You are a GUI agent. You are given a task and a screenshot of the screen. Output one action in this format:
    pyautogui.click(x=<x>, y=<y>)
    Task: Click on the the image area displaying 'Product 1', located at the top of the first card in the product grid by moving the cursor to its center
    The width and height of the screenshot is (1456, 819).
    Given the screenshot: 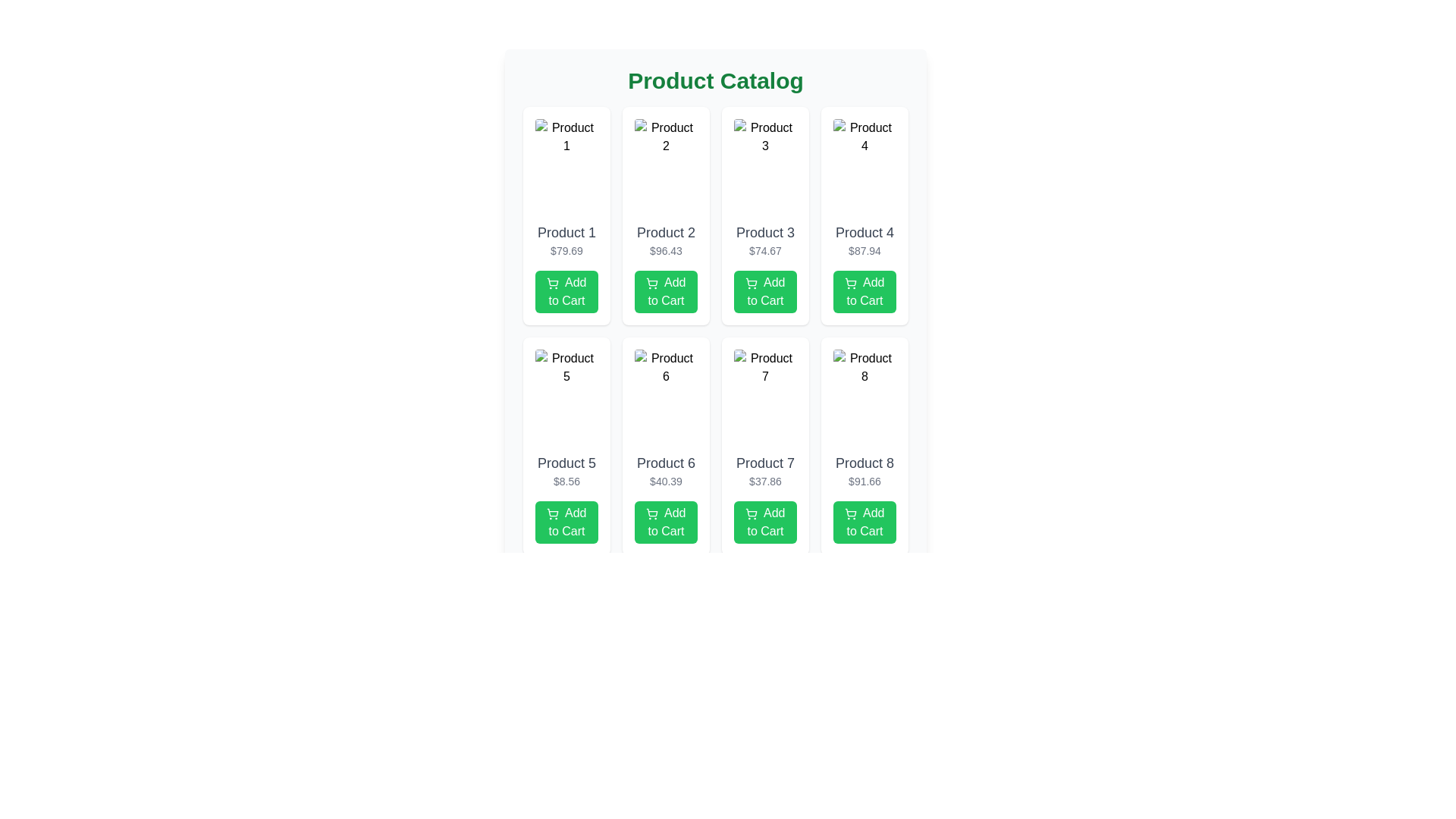 What is the action you would take?
    pyautogui.click(x=566, y=167)
    